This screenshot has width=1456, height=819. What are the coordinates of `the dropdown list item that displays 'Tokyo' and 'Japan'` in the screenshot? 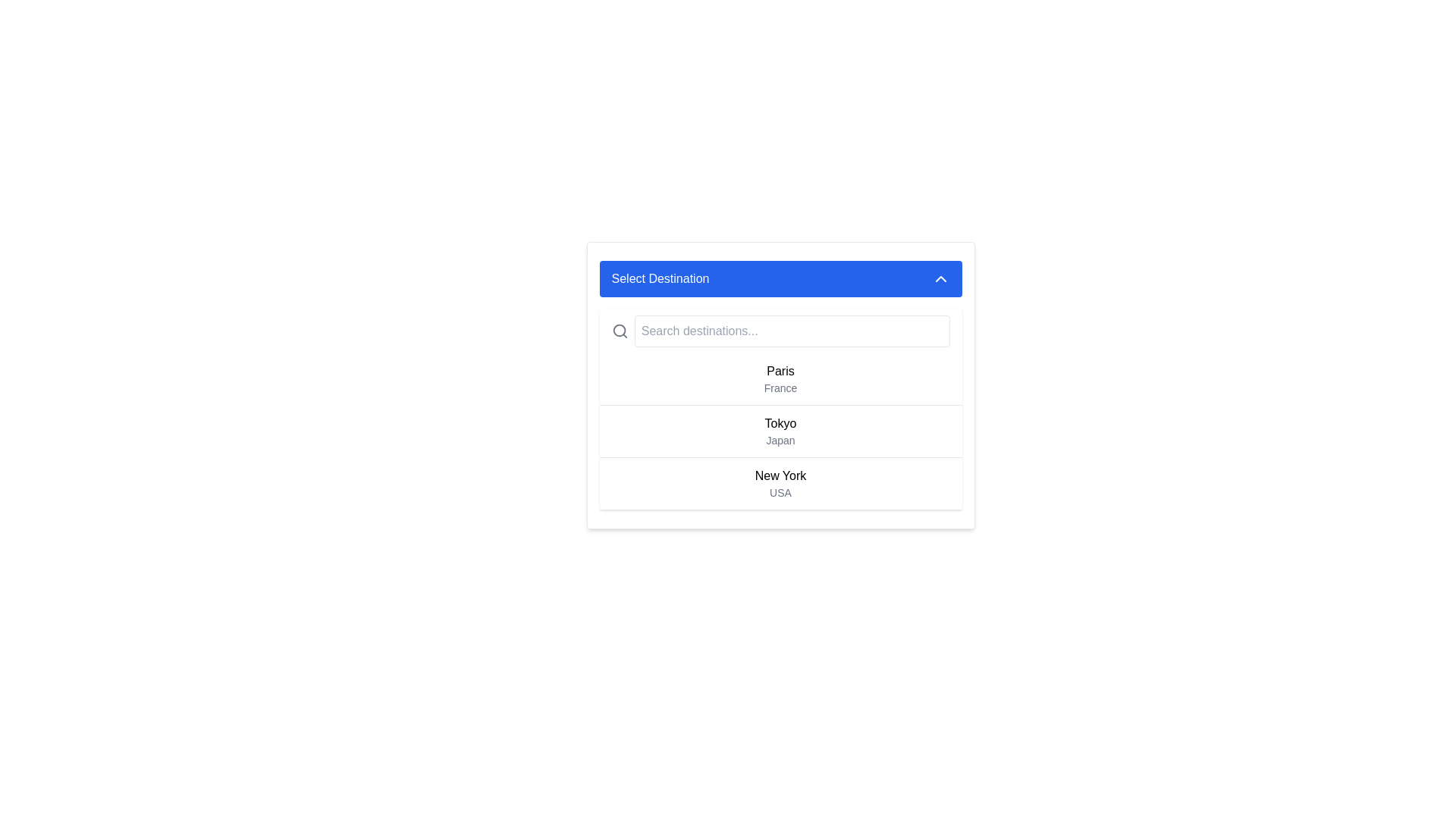 It's located at (780, 431).